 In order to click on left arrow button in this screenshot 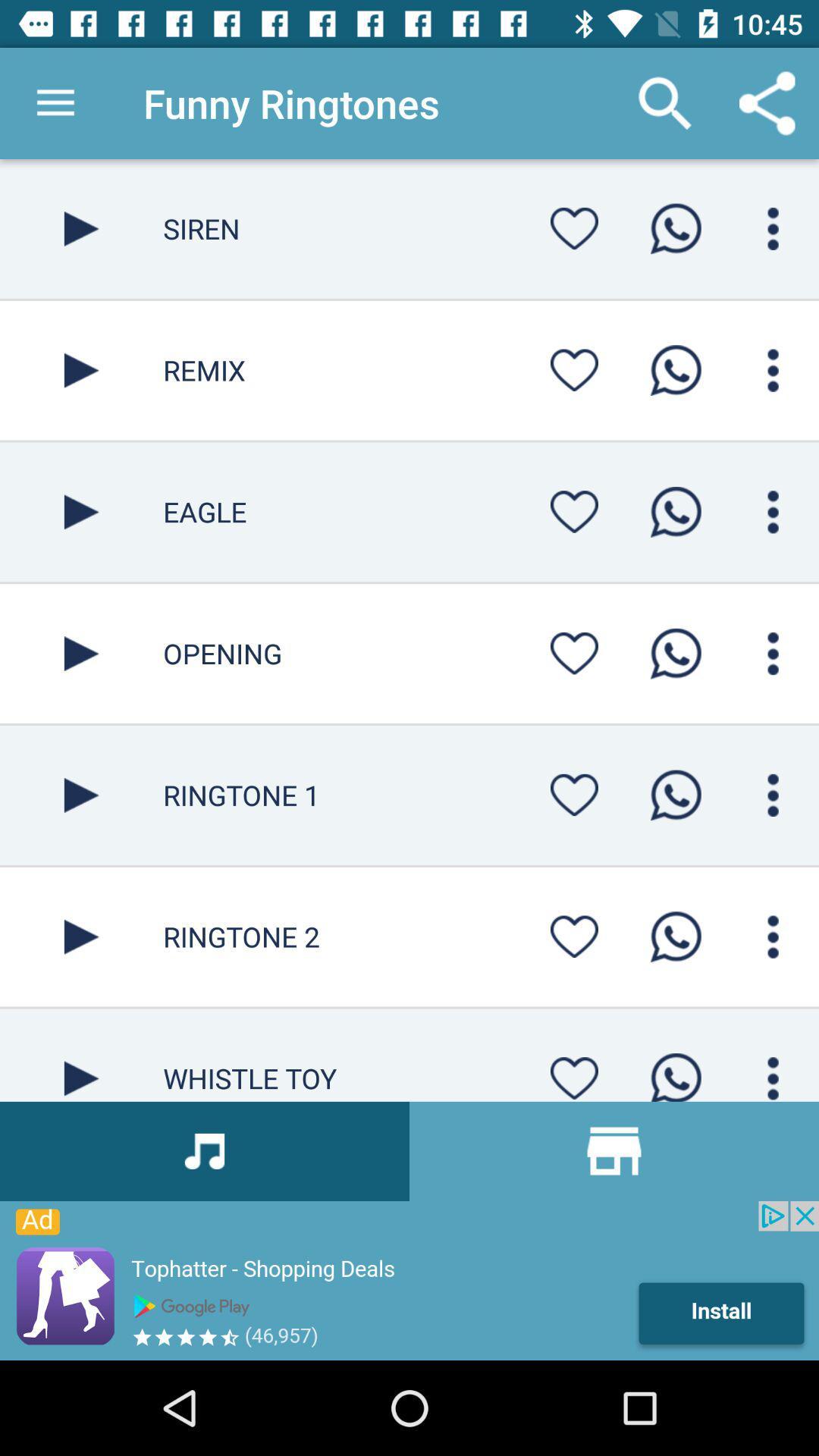, I will do `click(81, 227)`.